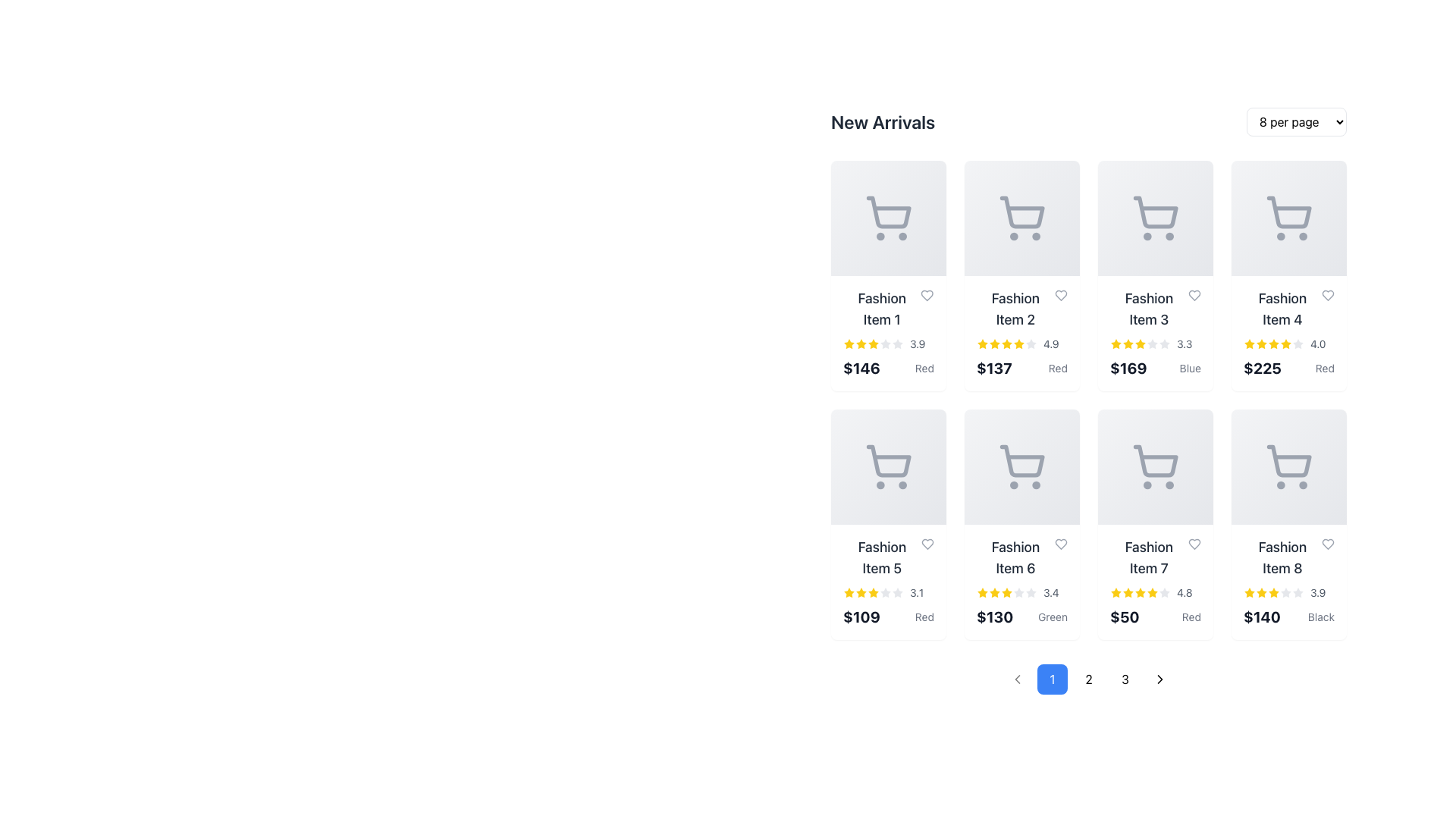 The width and height of the screenshot is (1456, 819). Describe the element at coordinates (1327, 295) in the screenshot. I see `the heart-shaped icon button located in the top-right corner of the 'Fashion Item 4' card to interact with it` at that location.